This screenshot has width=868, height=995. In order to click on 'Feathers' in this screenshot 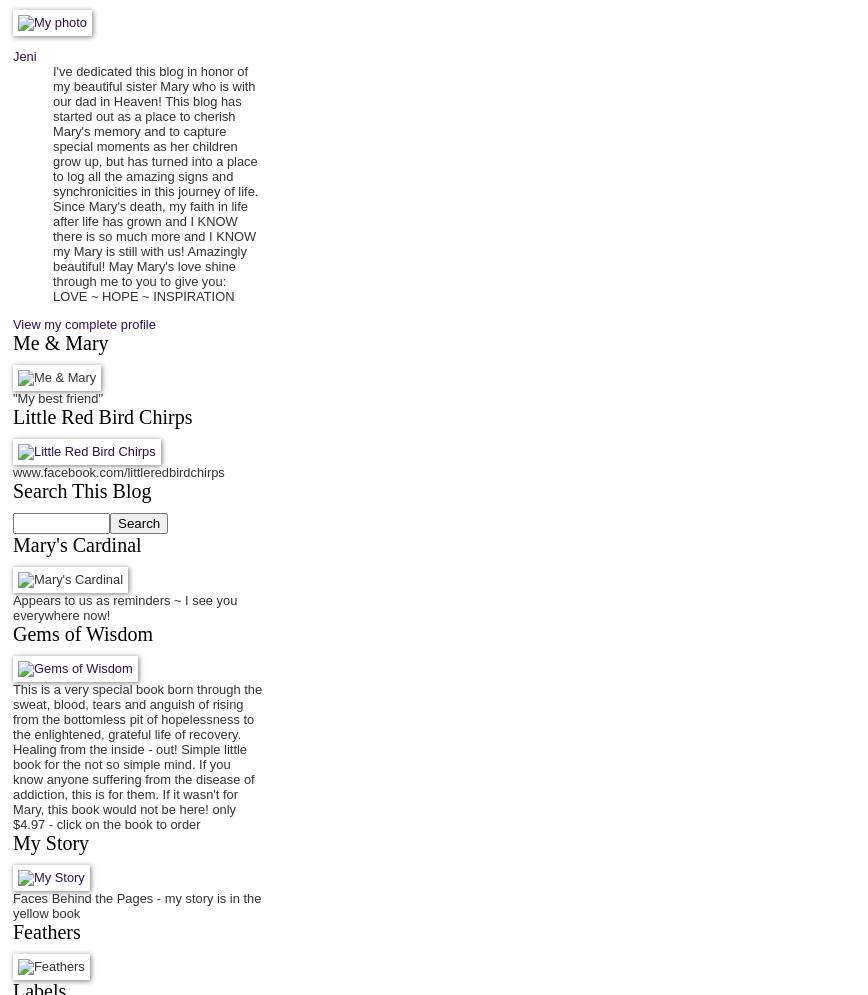, I will do `click(46, 931)`.